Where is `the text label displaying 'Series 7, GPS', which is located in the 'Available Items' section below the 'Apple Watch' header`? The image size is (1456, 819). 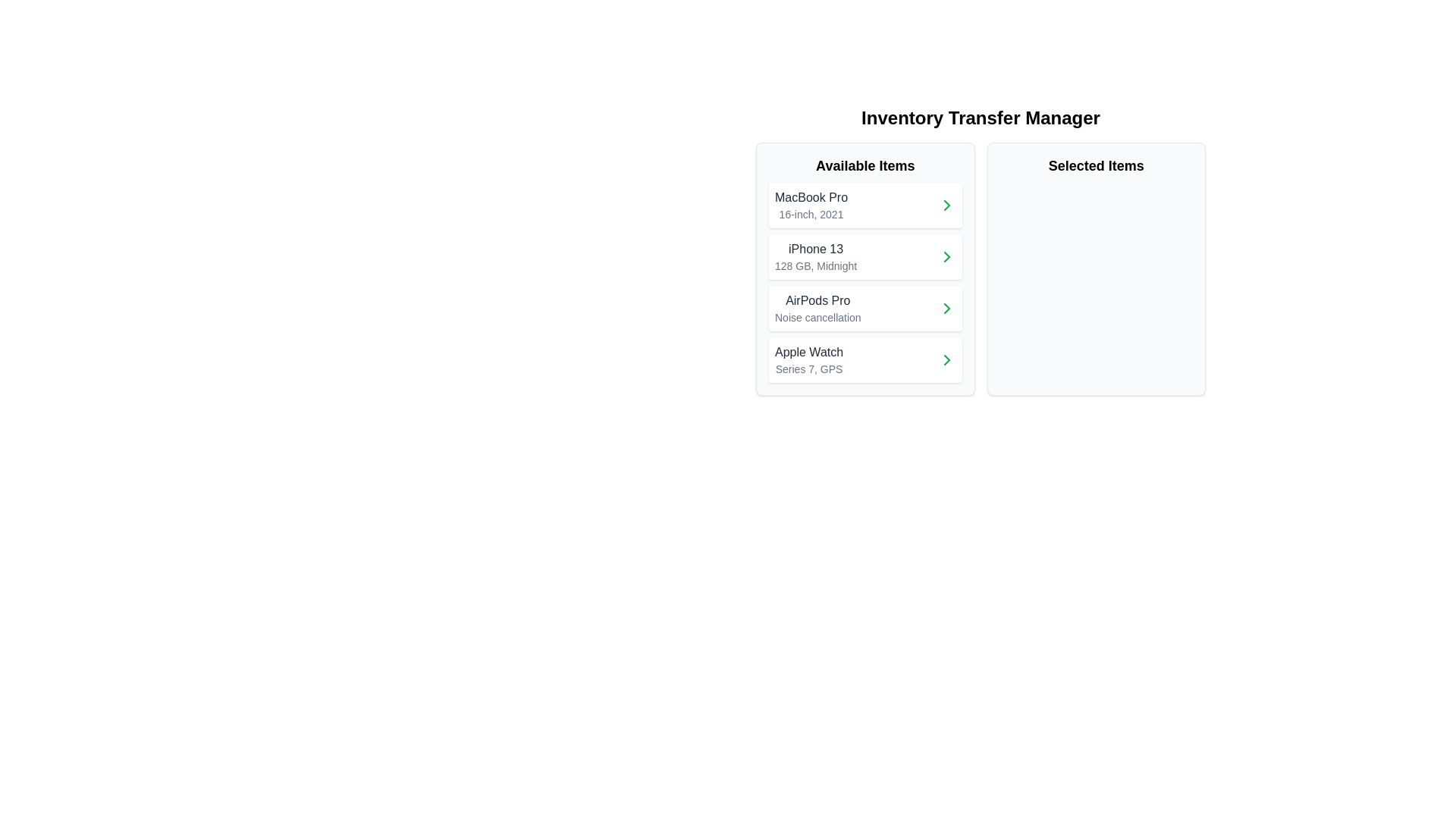
the text label displaying 'Series 7, GPS', which is located in the 'Available Items' section below the 'Apple Watch' header is located at coordinates (808, 369).